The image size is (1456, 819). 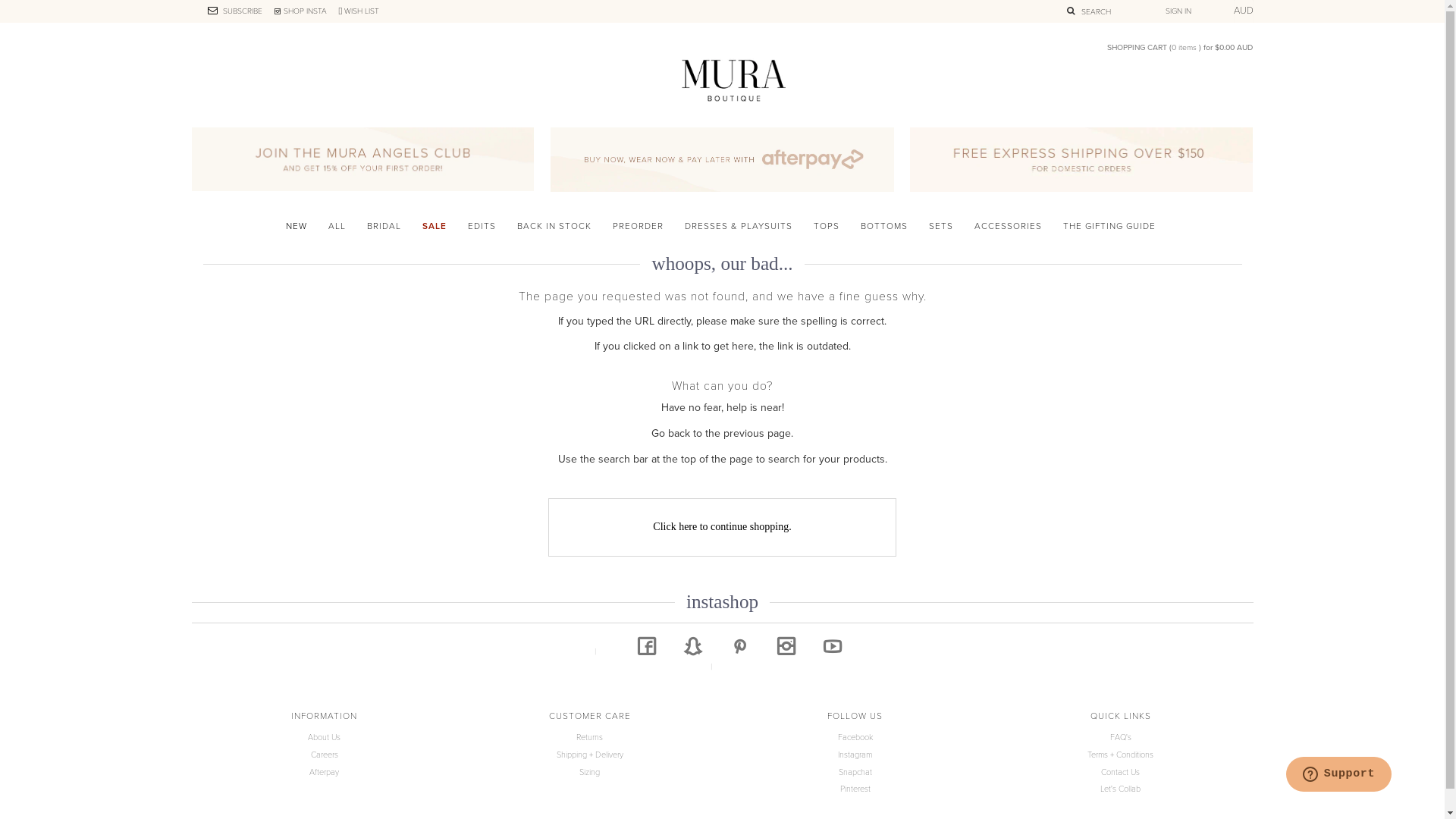 I want to click on 'Terms + Conditions', so click(x=1087, y=755).